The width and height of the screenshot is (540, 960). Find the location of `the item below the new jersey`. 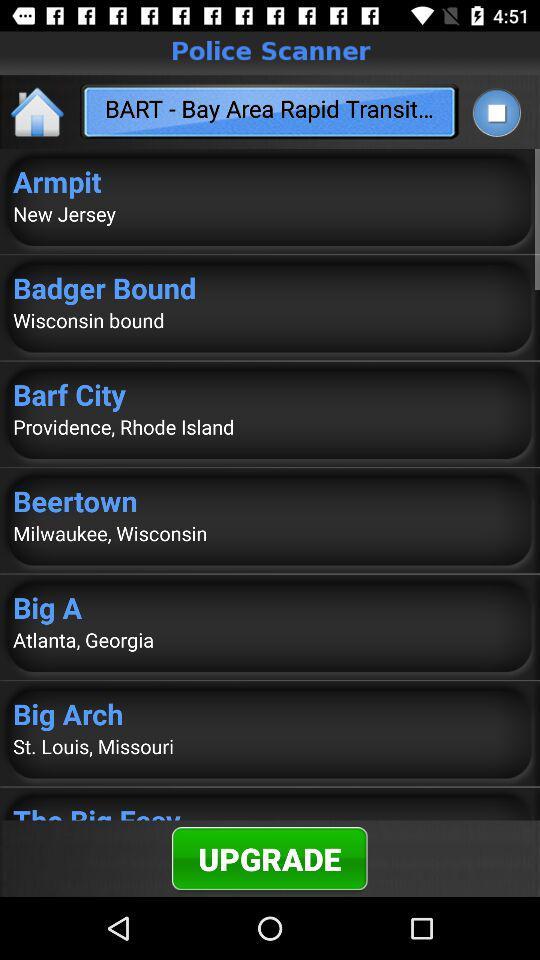

the item below the new jersey is located at coordinates (270, 286).